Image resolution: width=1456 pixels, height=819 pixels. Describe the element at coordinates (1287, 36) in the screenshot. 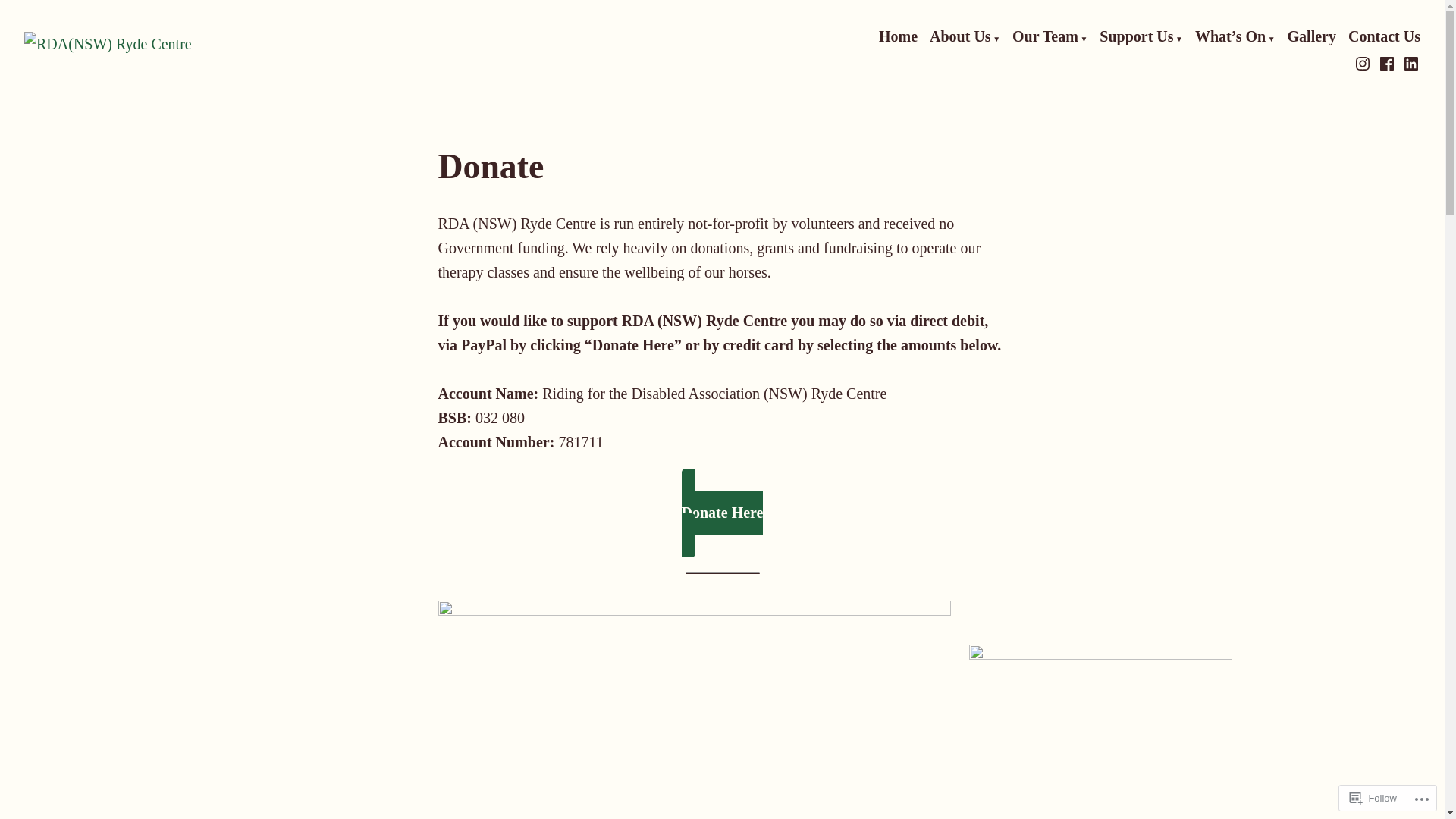

I see `'Gallery'` at that location.